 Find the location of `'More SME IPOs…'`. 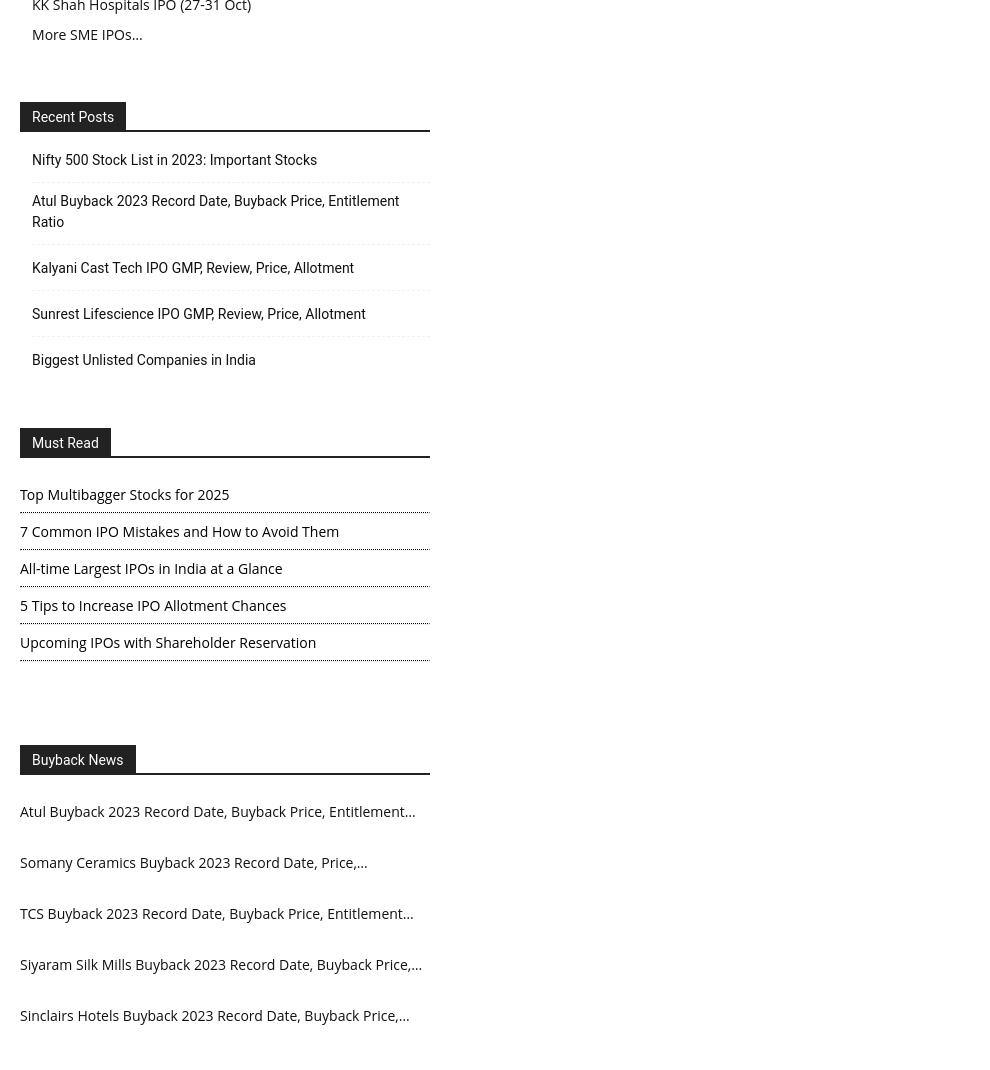

'More SME IPOs…' is located at coordinates (87, 32).